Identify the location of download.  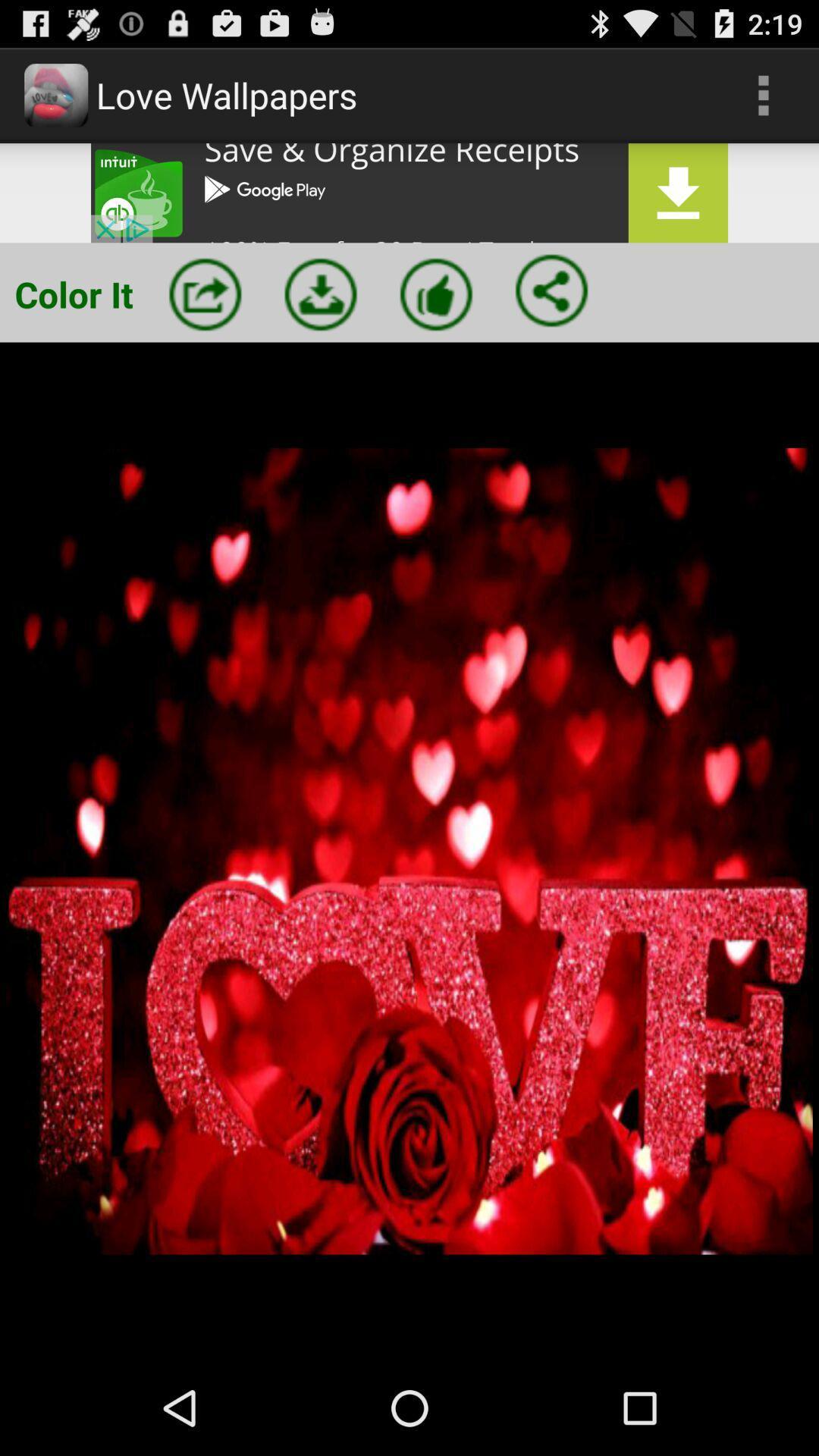
(320, 294).